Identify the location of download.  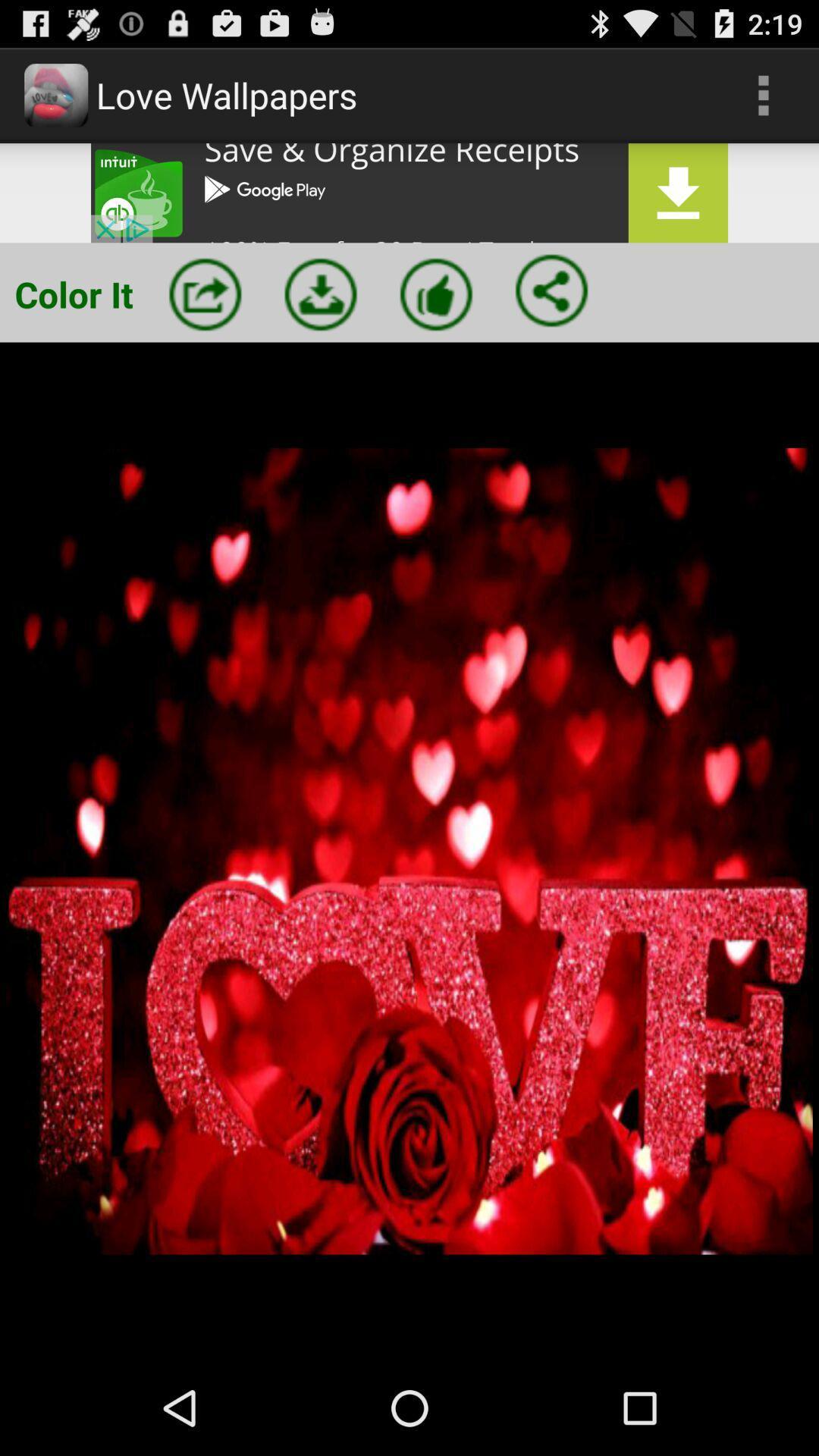
(320, 294).